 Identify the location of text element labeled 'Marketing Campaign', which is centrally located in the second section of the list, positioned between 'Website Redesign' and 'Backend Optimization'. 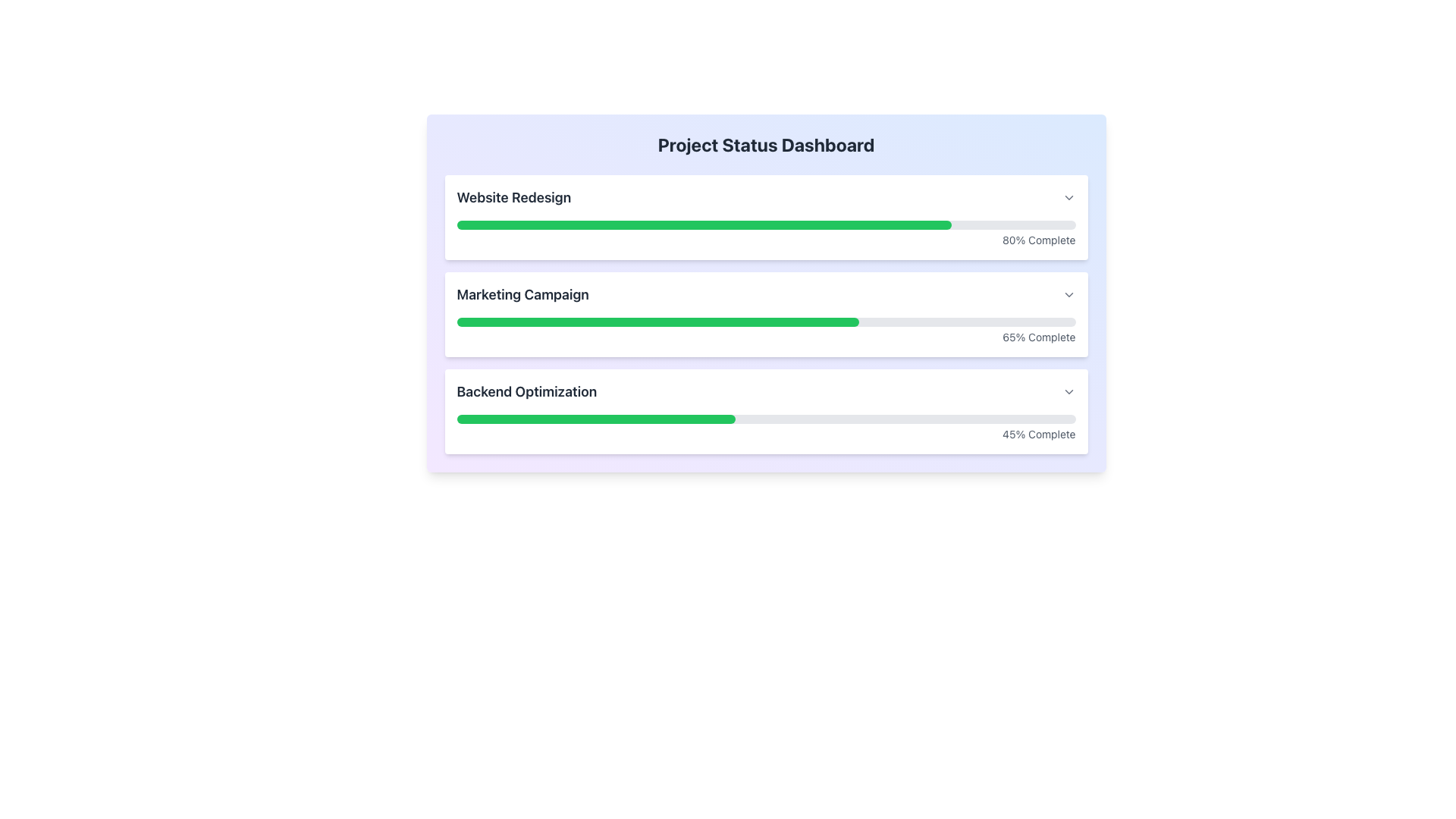
(522, 295).